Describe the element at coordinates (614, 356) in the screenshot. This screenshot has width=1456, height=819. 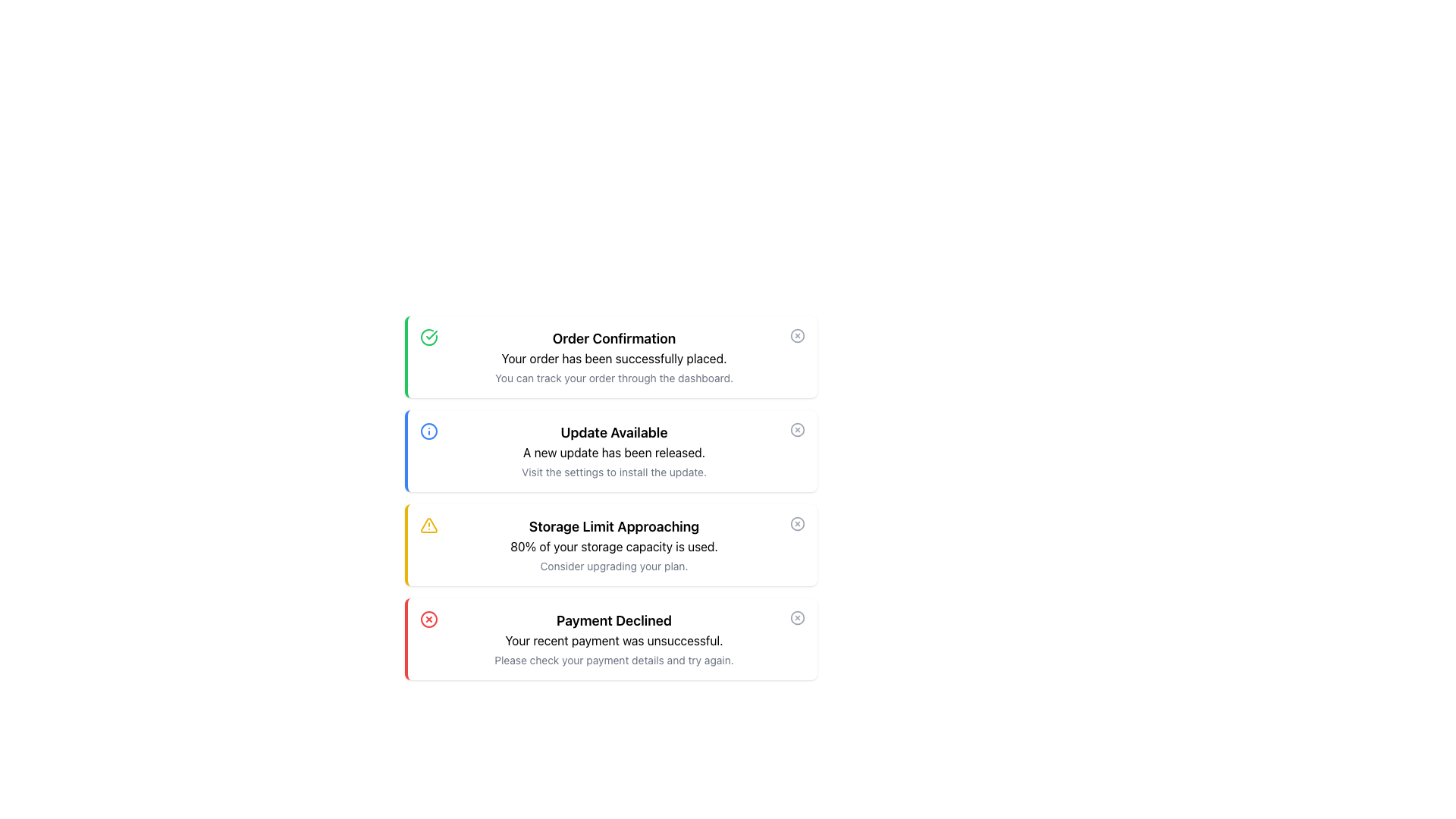
I see `the success message displayed in the Notification Card titled 'Order Confirmation', which is visually distinguished by a green border and an accompanying icon` at that location.